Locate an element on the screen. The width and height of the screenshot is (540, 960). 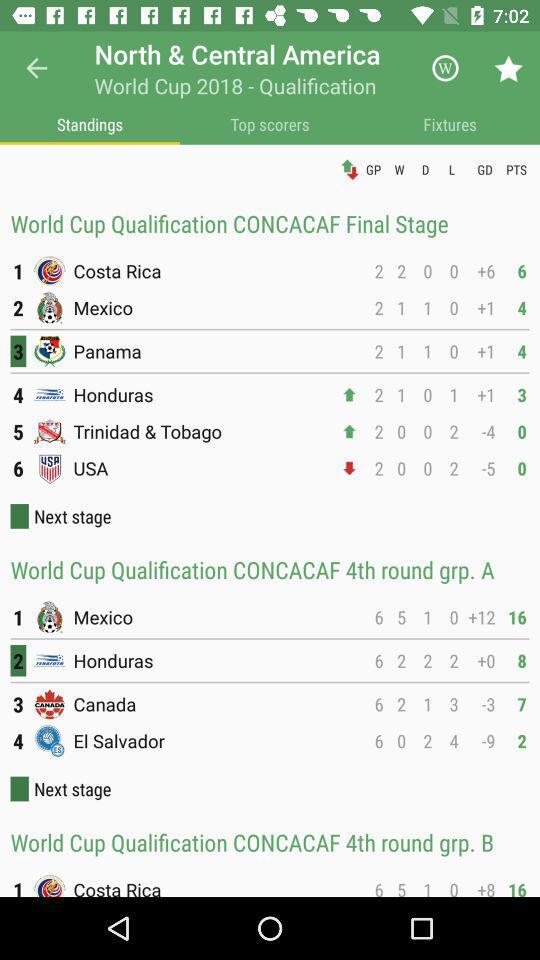
the item above the fixtures item is located at coordinates (508, 68).